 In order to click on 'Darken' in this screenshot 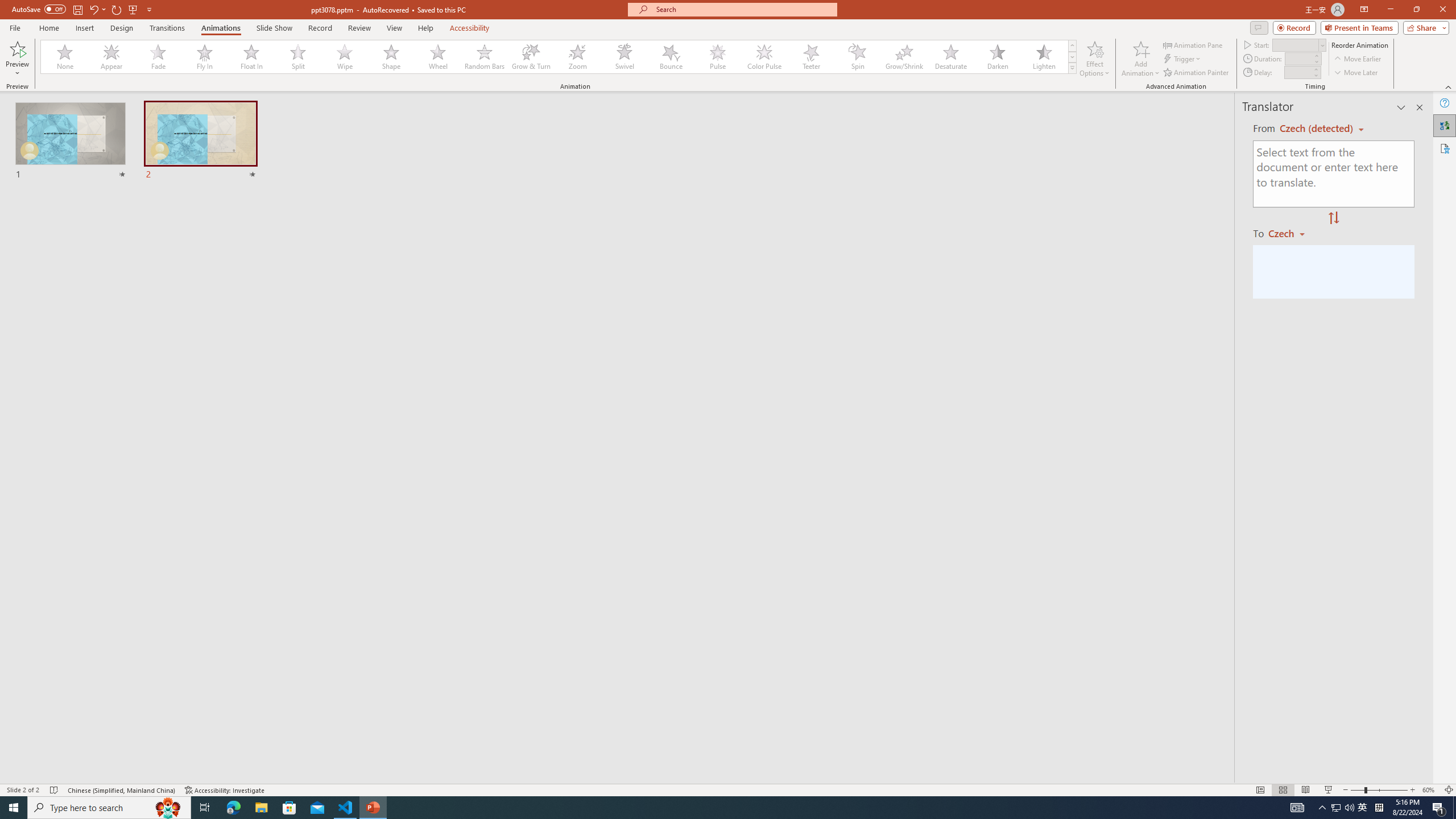, I will do `click(996, 56)`.